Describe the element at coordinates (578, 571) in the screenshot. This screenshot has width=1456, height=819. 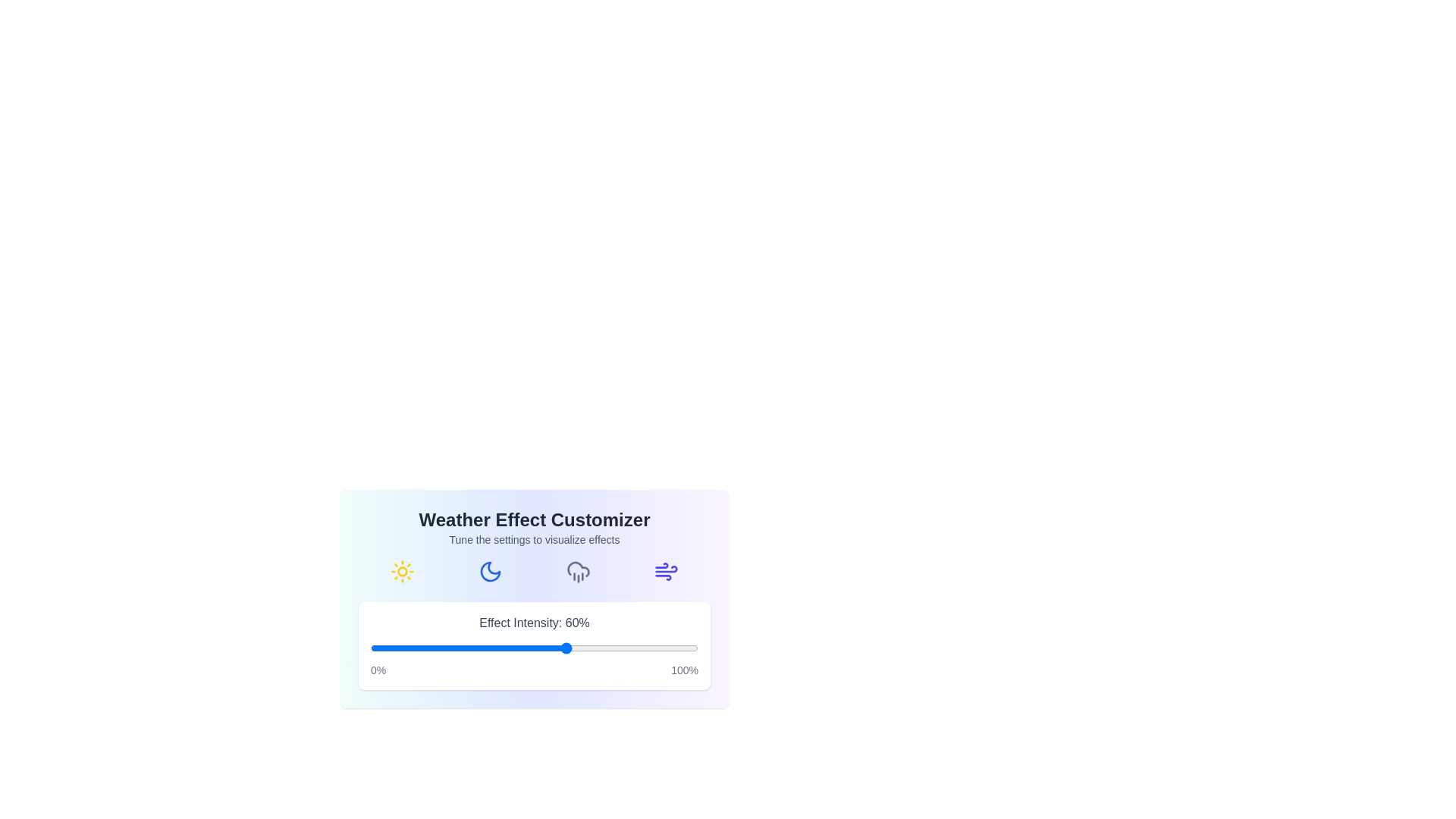
I see `the rainy weather icon button located between the crescent moon icon and the wind icon in the Weather Effect Customizer` at that location.